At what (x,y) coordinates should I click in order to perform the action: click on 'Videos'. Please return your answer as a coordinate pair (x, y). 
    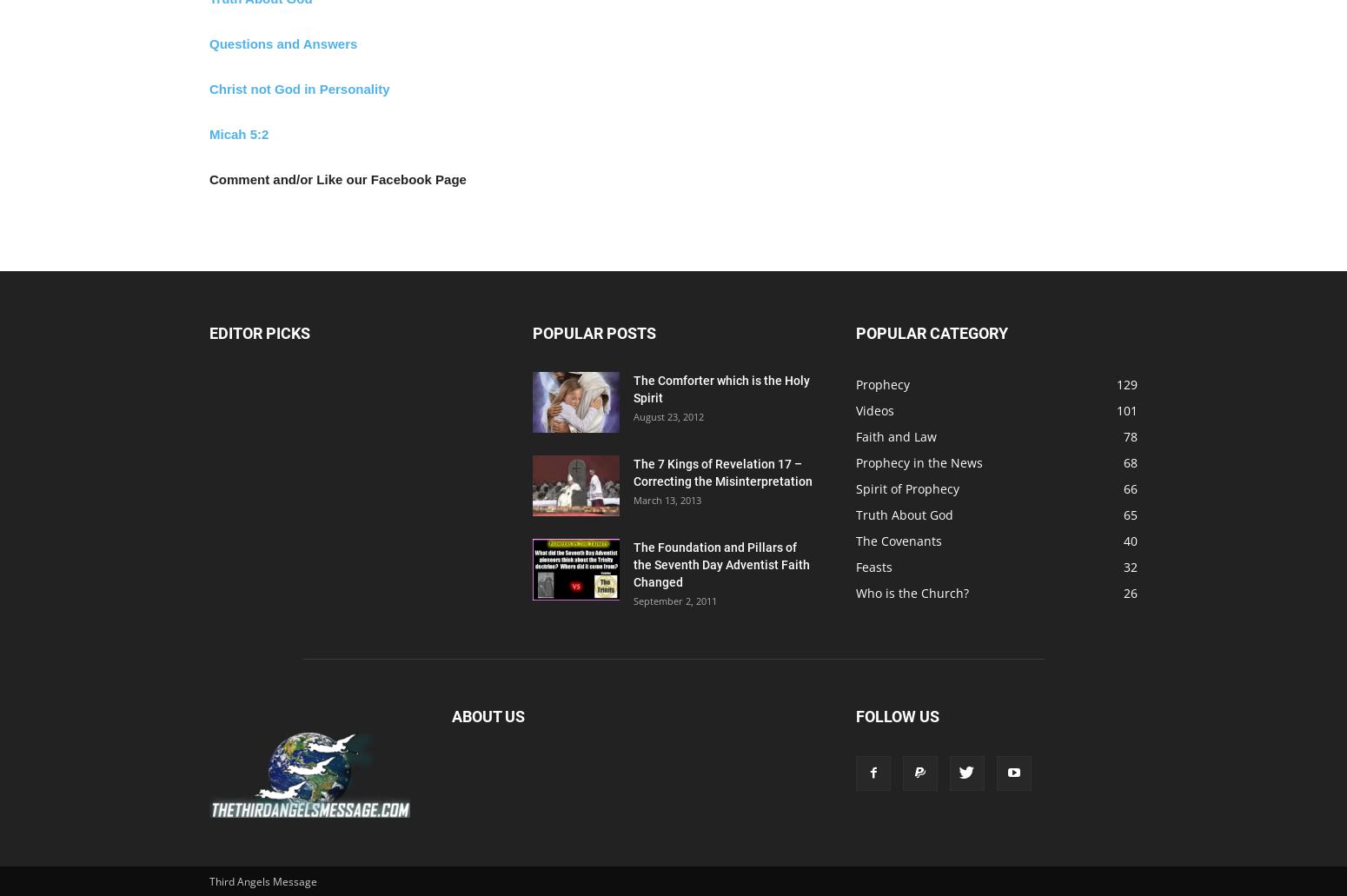
    Looking at the image, I should click on (855, 410).